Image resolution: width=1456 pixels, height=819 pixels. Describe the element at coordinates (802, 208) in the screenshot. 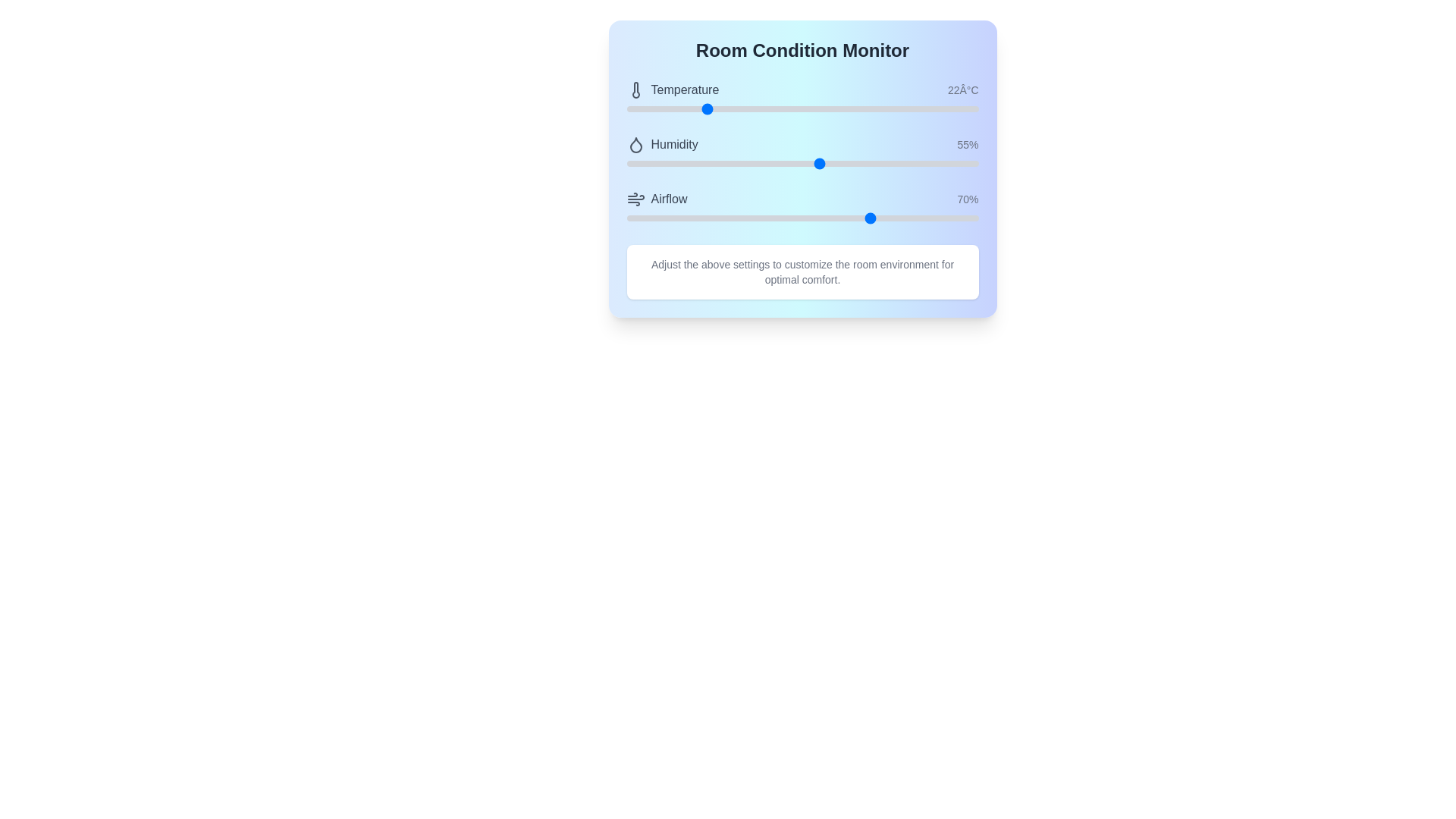

I see `the slider handle of the 'Airflow' component` at that location.